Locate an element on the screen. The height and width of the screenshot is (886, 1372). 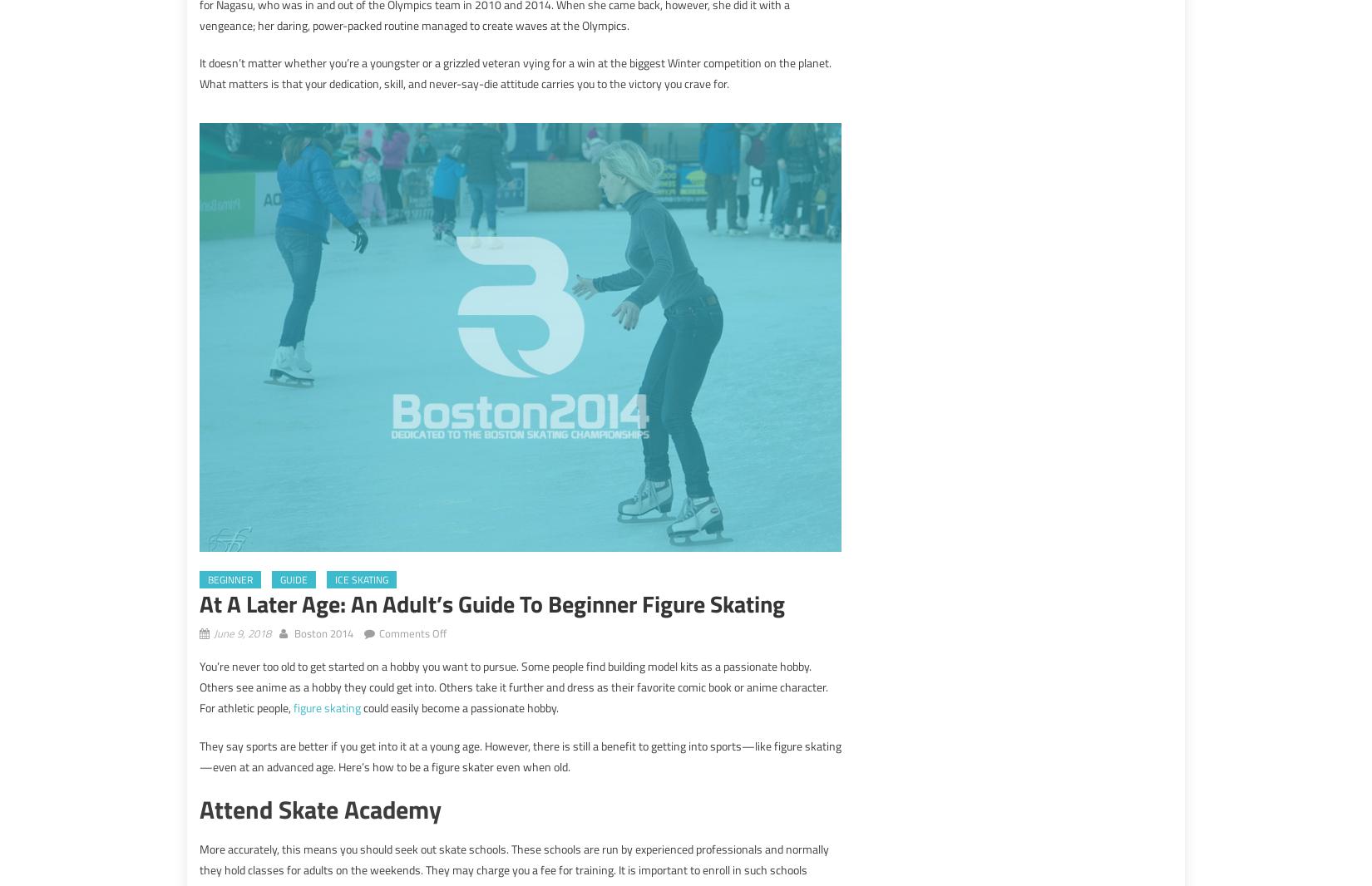
'They say sports are better if you get into it at a young age. However, there is still a benefit to getting into sports—like figure skating—even at an advanced age. Here’s how to be a figure skater even when old.' is located at coordinates (200, 755).